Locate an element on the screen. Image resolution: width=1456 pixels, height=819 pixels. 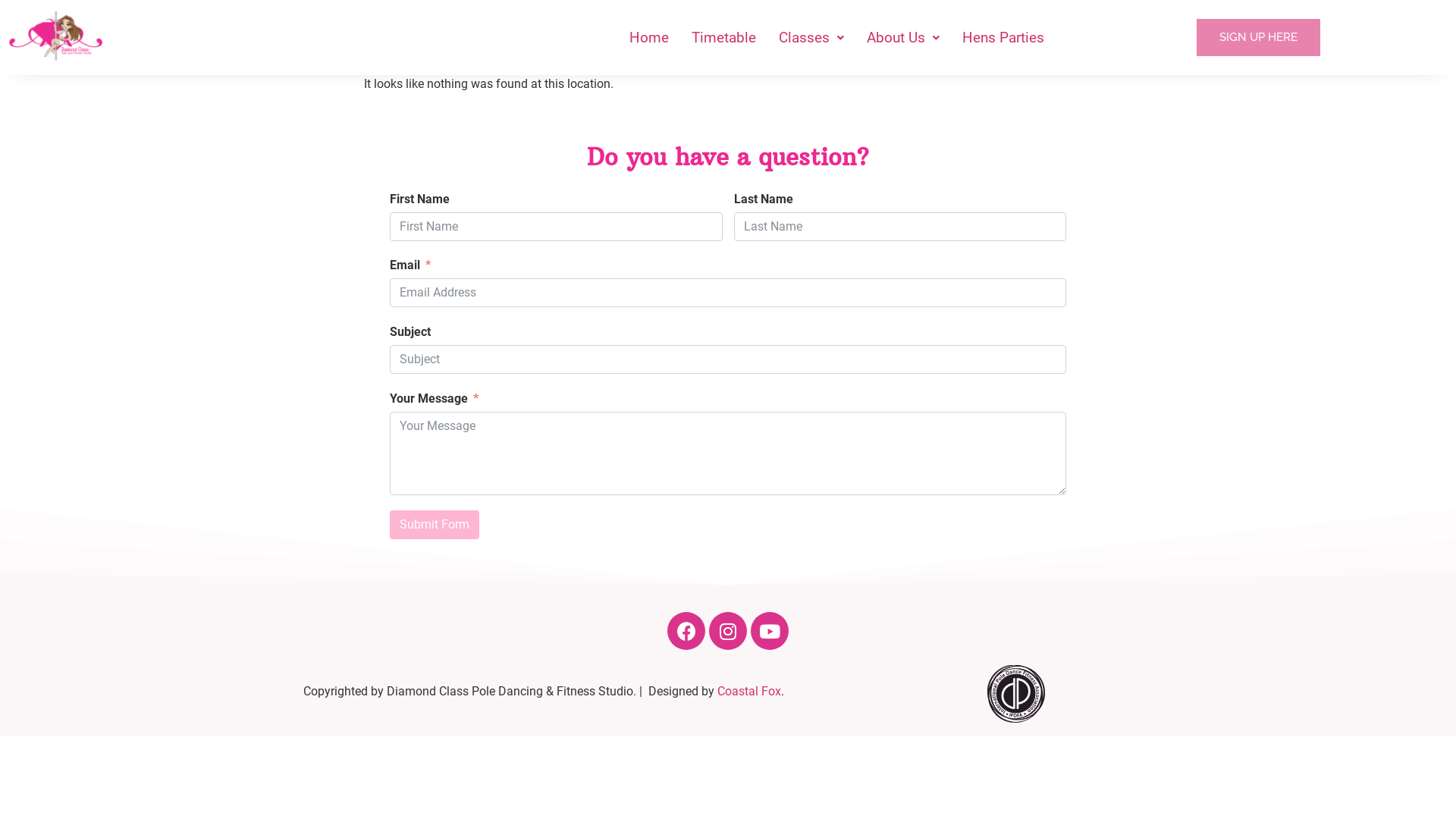
'Home' is located at coordinates (648, 36).